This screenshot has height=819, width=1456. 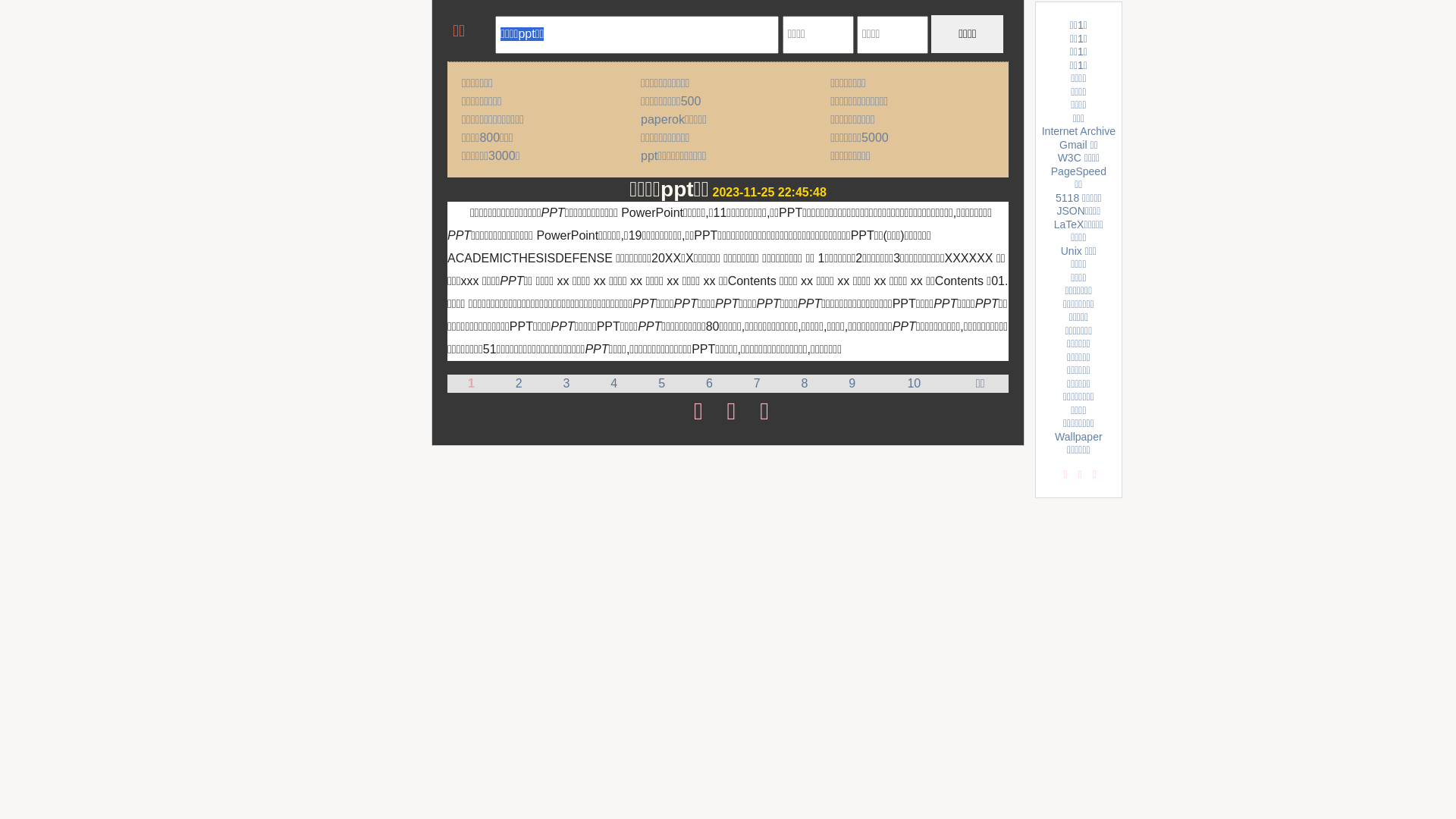 What do you see at coordinates (661, 382) in the screenshot?
I see `'5'` at bounding box center [661, 382].